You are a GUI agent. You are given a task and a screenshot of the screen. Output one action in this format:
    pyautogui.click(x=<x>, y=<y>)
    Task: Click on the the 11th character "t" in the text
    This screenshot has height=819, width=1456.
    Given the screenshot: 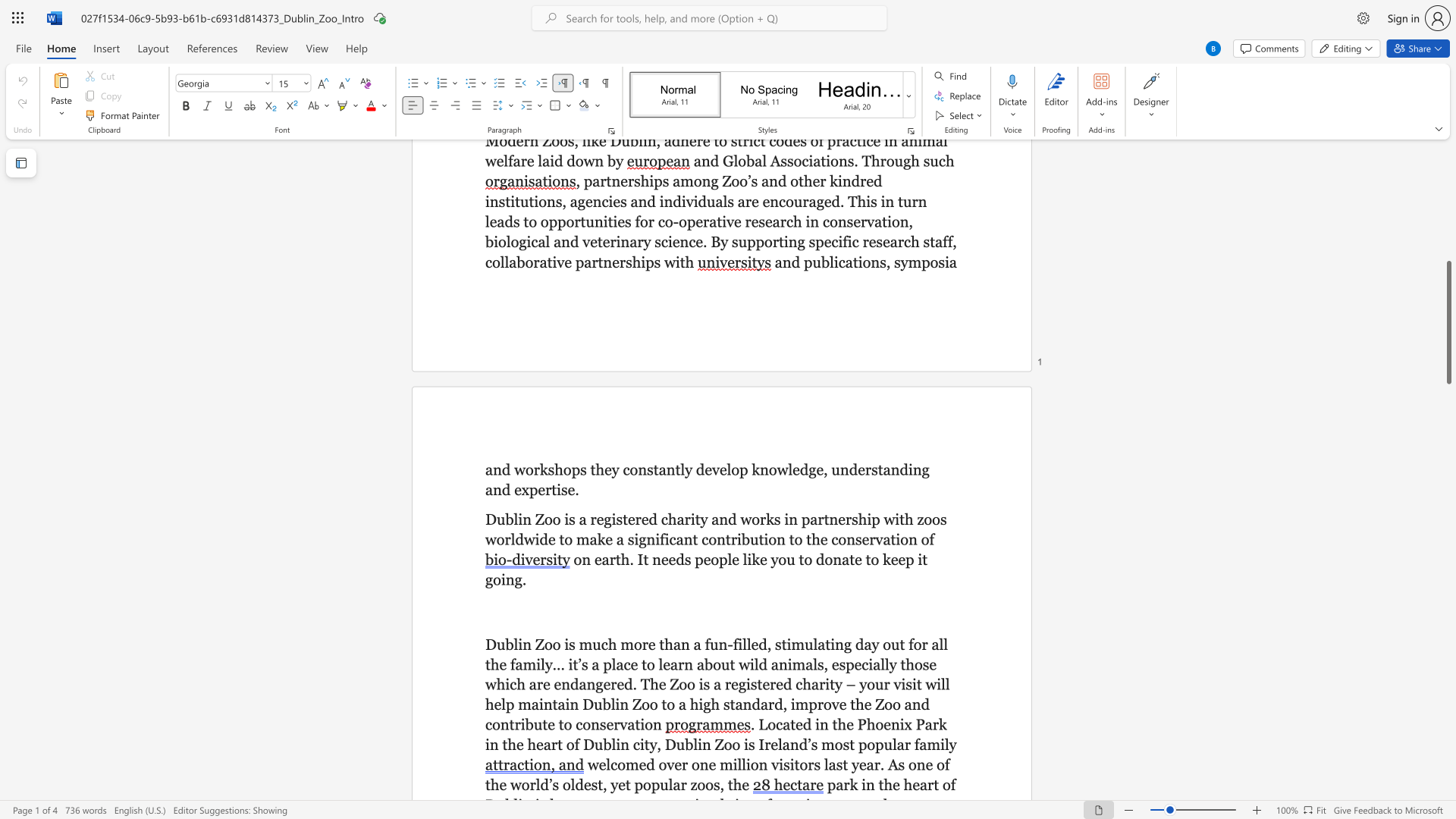 What is the action you would take?
    pyautogui.click(x=893, y=538)
    